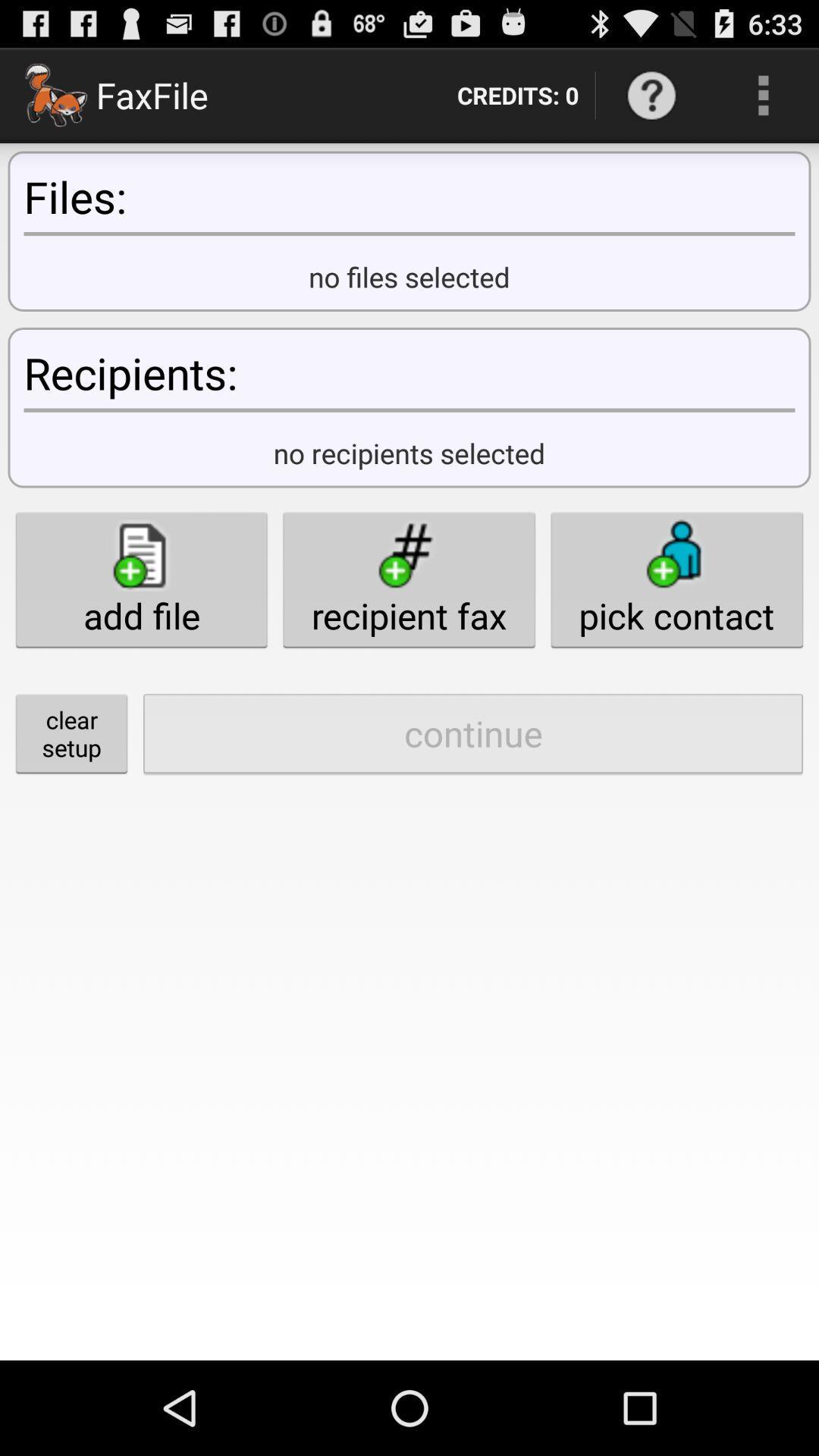 The width and height of the screenshot is (819, 1456). What do you see at coordinates (408, 579) in the screenshot?
I see `button to the right of the add file icon` at bounding box center [408, 579].